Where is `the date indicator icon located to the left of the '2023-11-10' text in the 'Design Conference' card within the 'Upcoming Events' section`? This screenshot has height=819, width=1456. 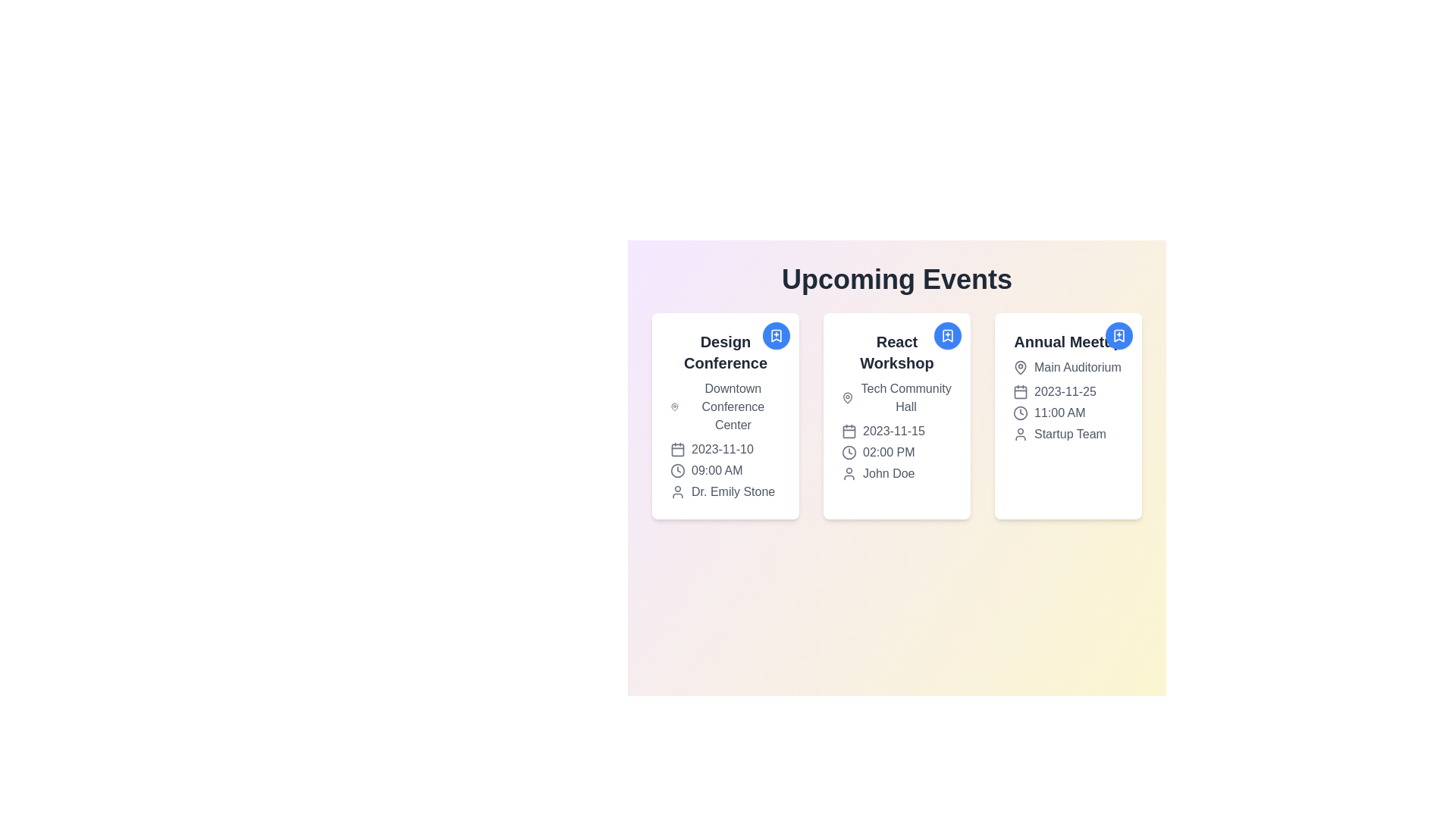 the date indicator icon located to the left of the '2023-11-10' text in the 'Design Conference' card within the 'Upcoming Events' section is located at coordinates (676, 449).